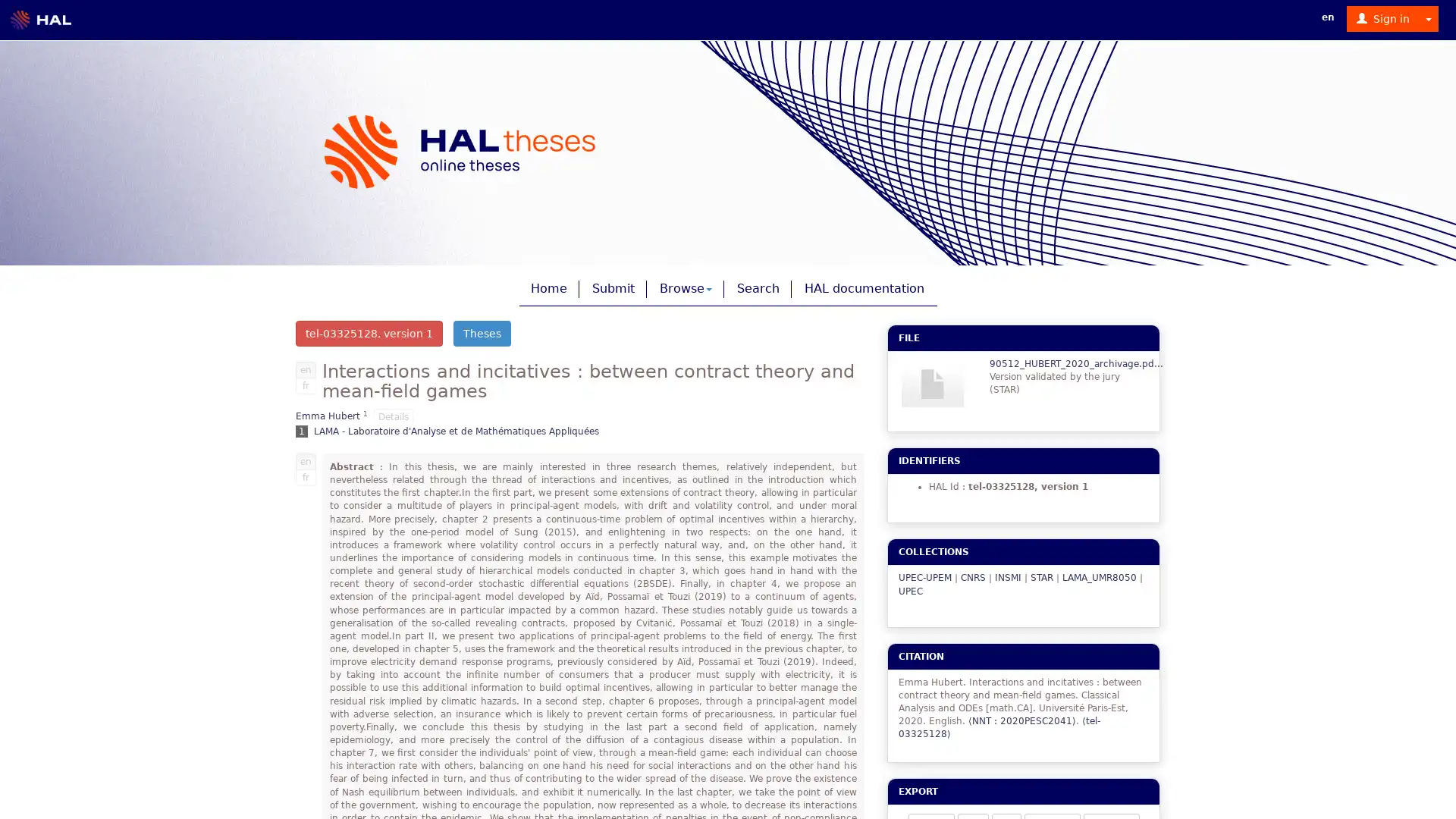 This screenshot has height=819, width=1456. What do you see at coordinates (305, 369) in the screenshot?
I see `en` at bounding box center [305, 369].